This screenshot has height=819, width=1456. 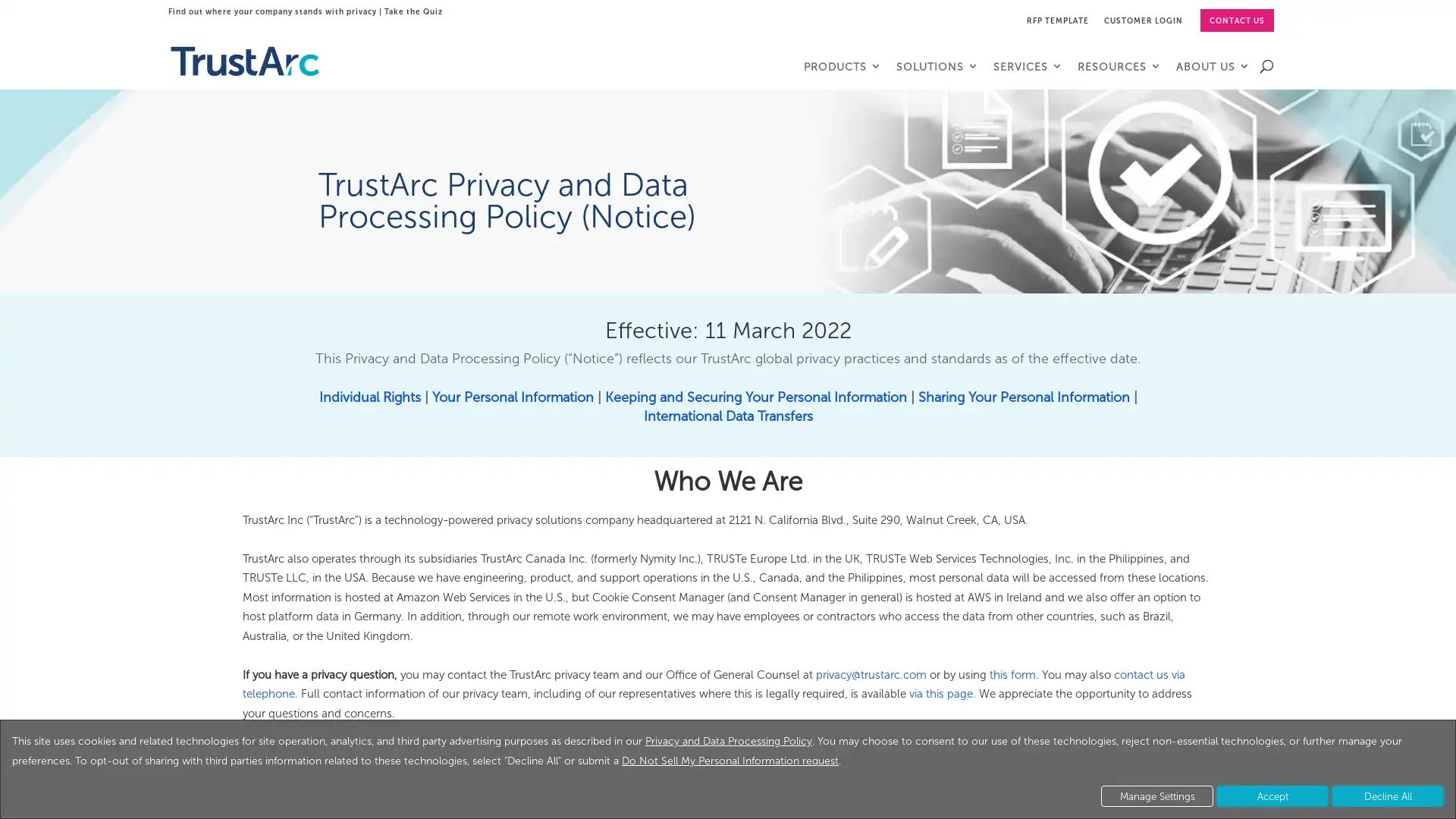 I want to click on Decline All, so click(x=1387, y=795).